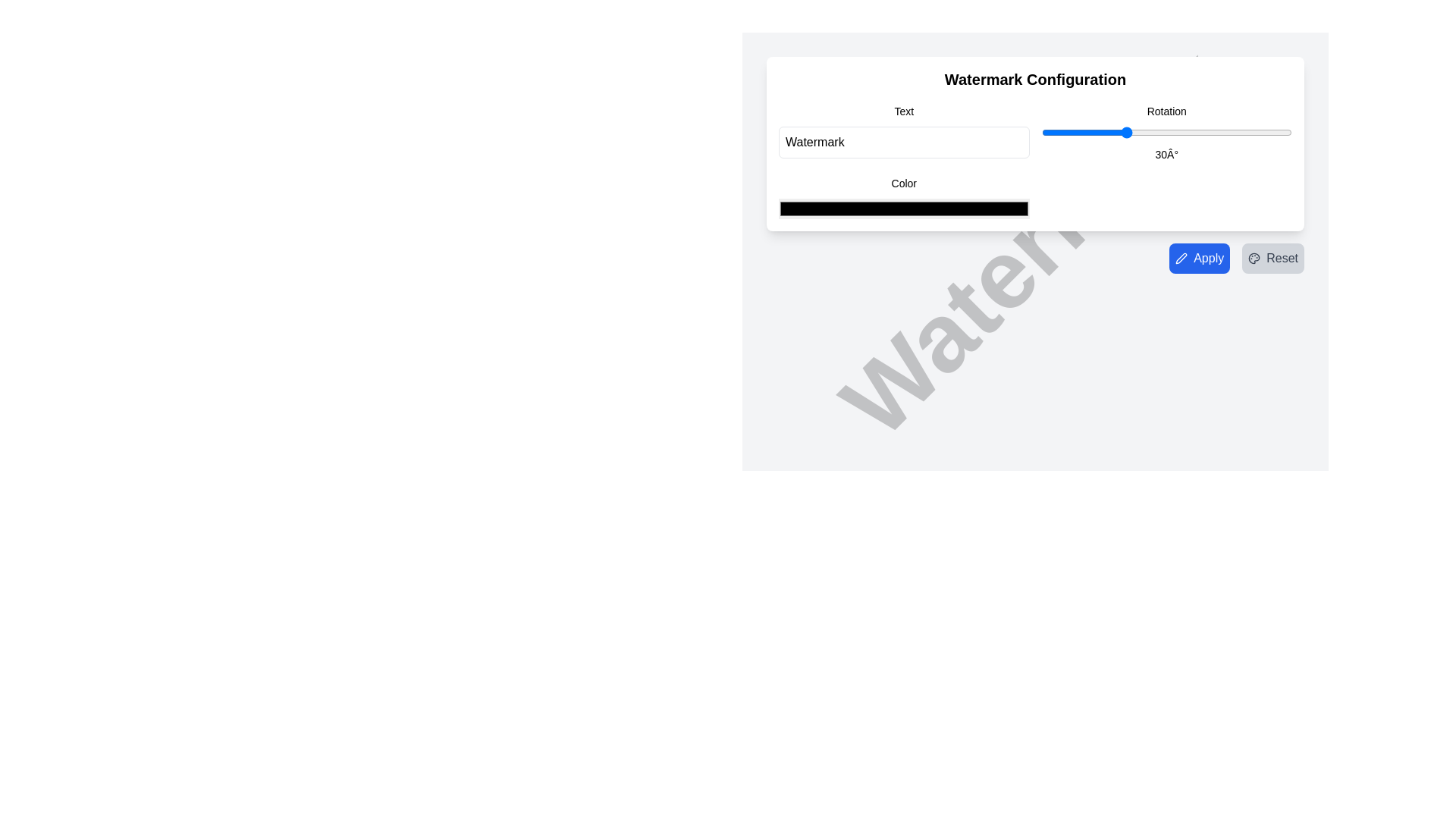  Describe the element at coordinates (1181, 257) in the screenshot. I see `the edit icon located at the top-right corner next to the 'Apply' button to initiate editing functionality or open a modal/dialog` at that location.